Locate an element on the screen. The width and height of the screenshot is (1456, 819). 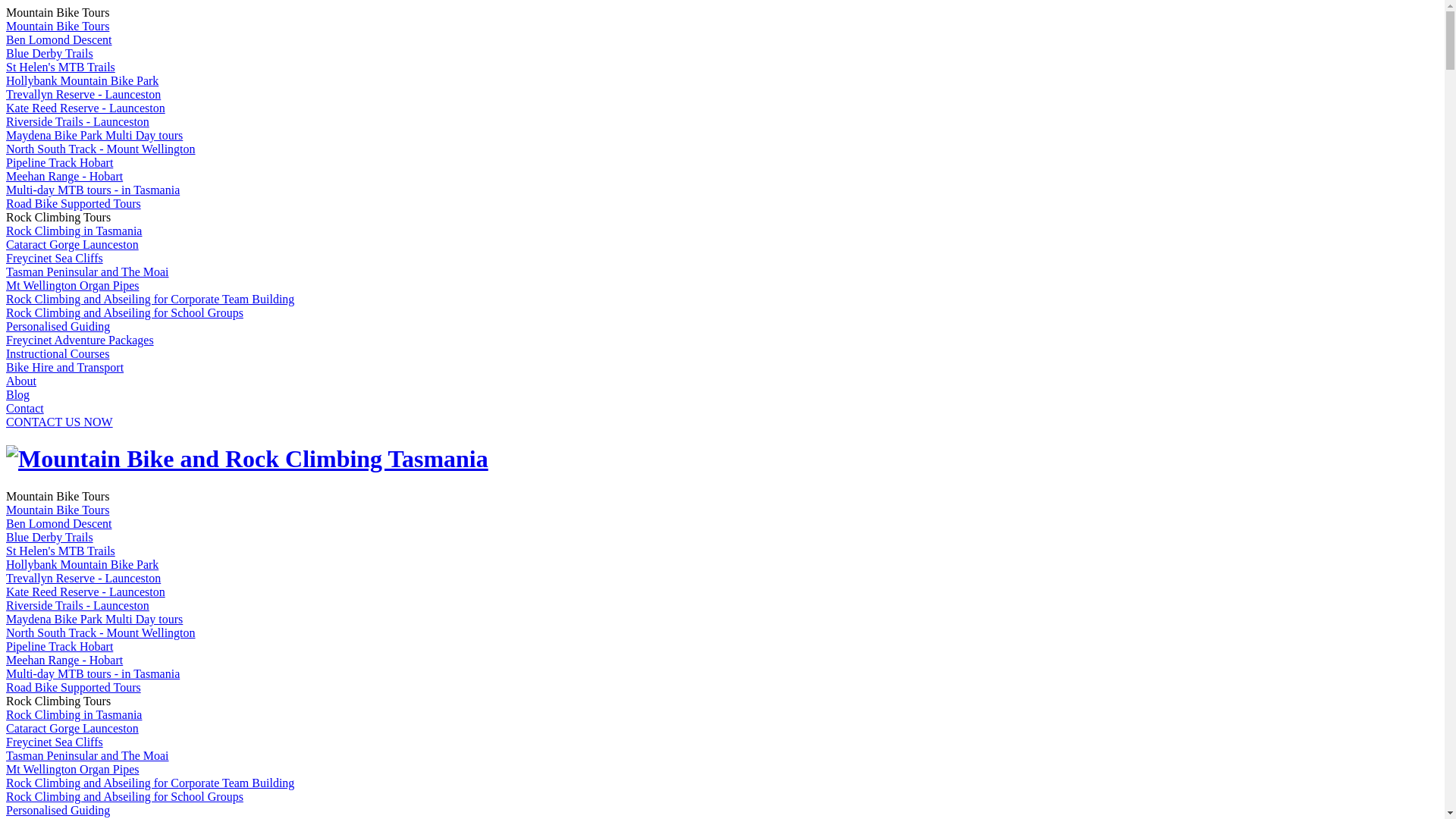
'Rock Climbing and Abseiling for School Groups' is located at coordinates (124, 312).